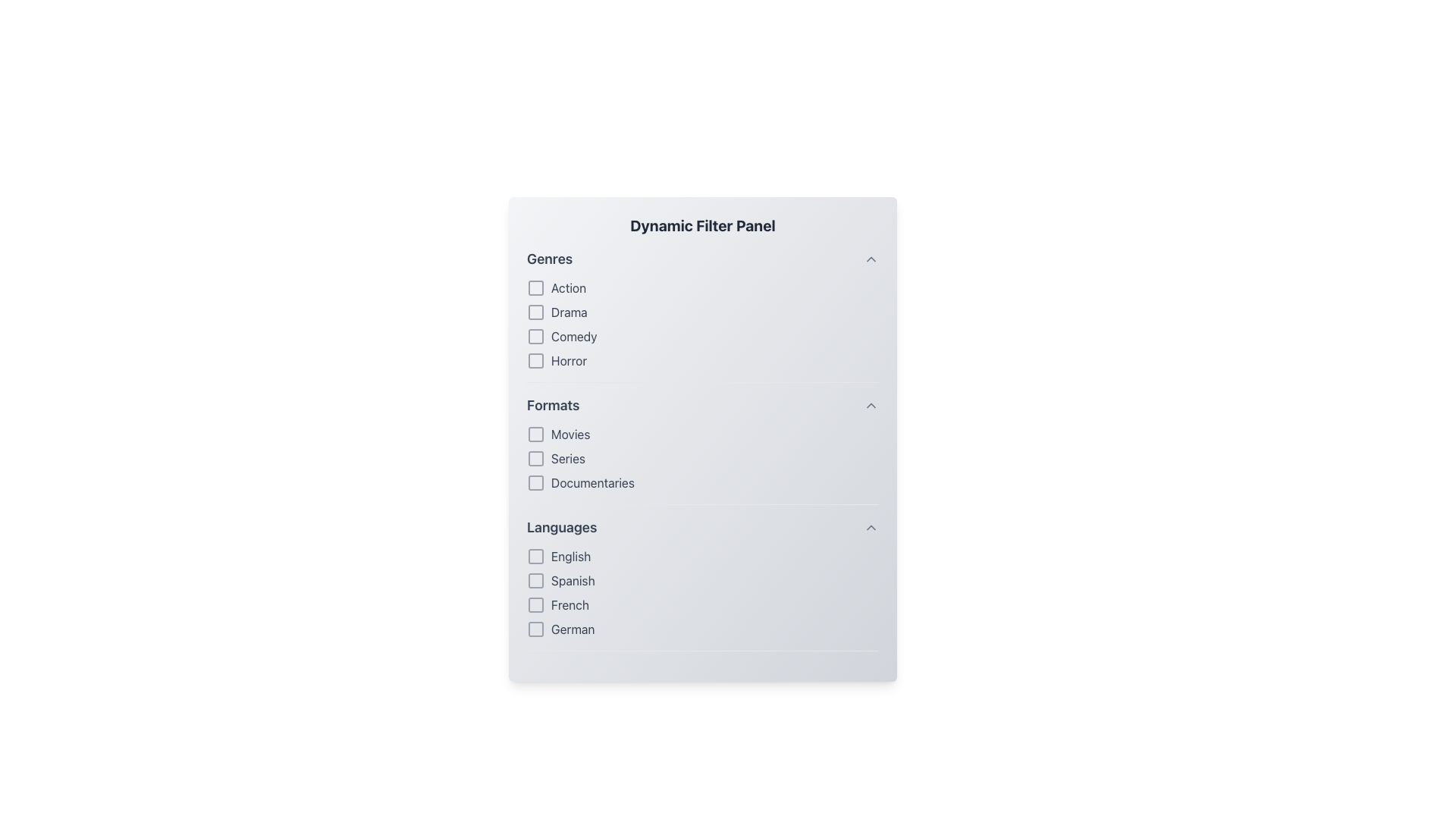 This screenshot has width=1456, height=819. I want to click on the Checkbox Indicator located in the 'Formats' section, which is to the left of the text 'Documentaries', so click(535, 482).